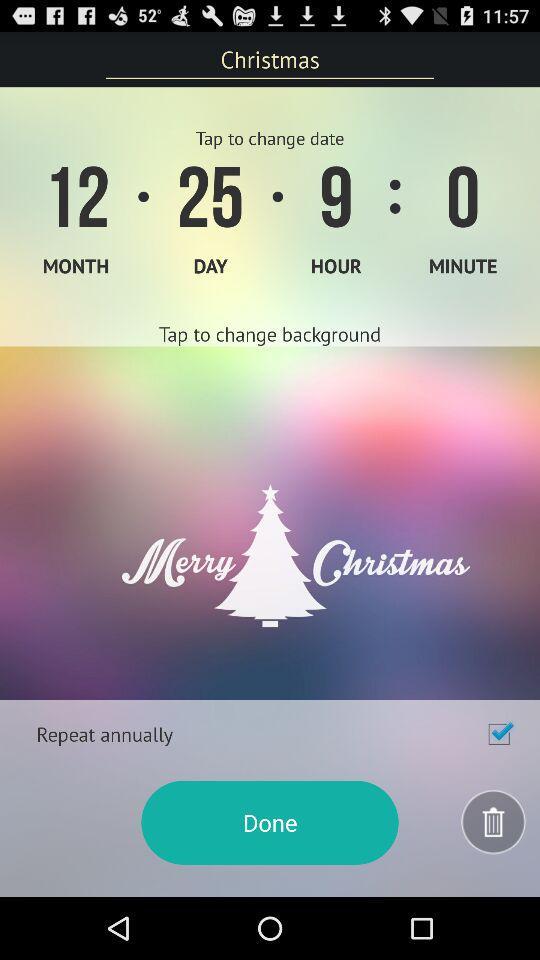 The height and width of the screenshot is (960, 540). Describe the element at coordinates (498, 733) in the screenshot. I see `the icon next to repeat annually item` at that location.